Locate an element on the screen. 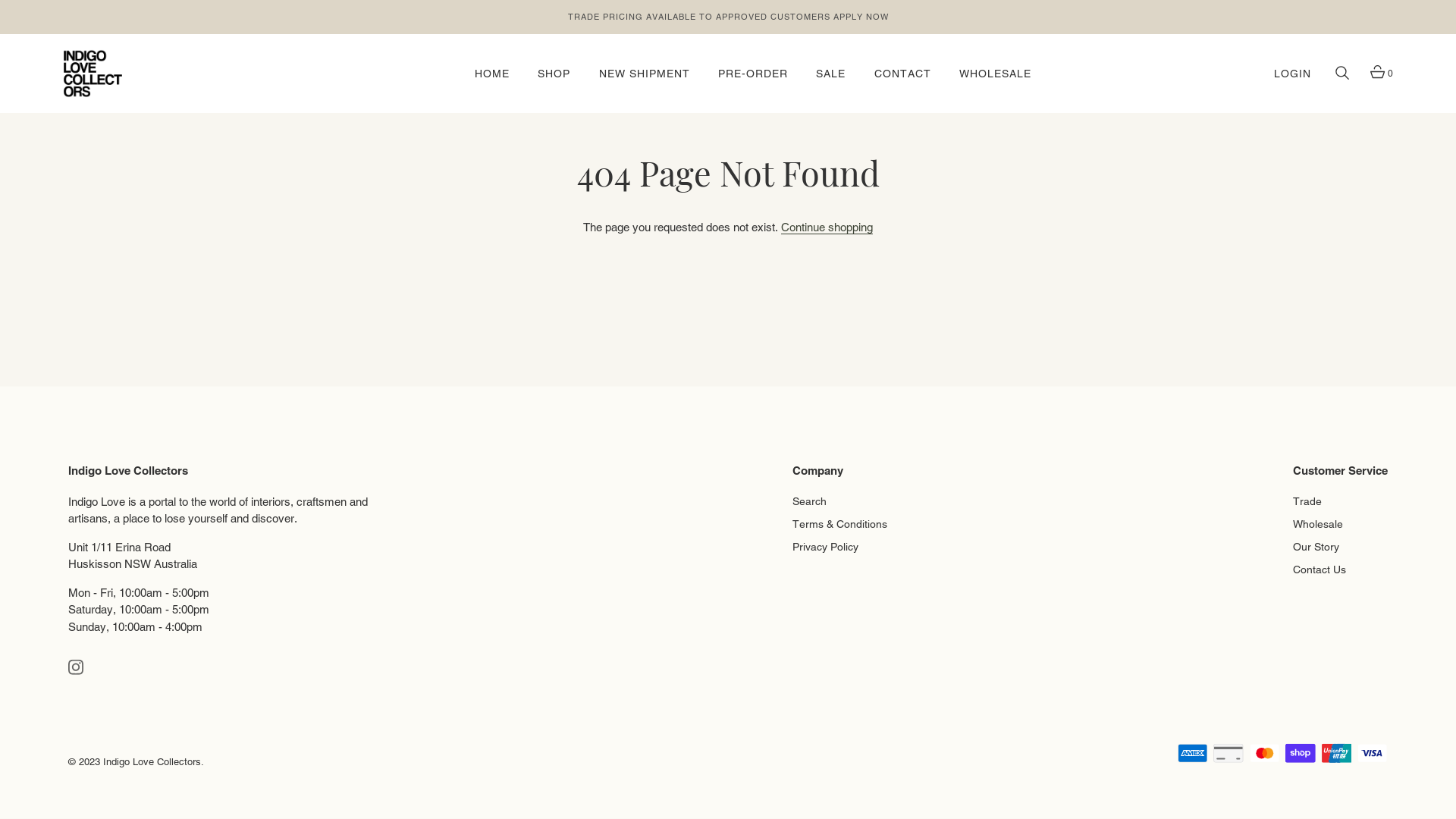 The width and height of the screenshot is (1456, 819). 'Continue shopping' is located at coordinates (826, 227).